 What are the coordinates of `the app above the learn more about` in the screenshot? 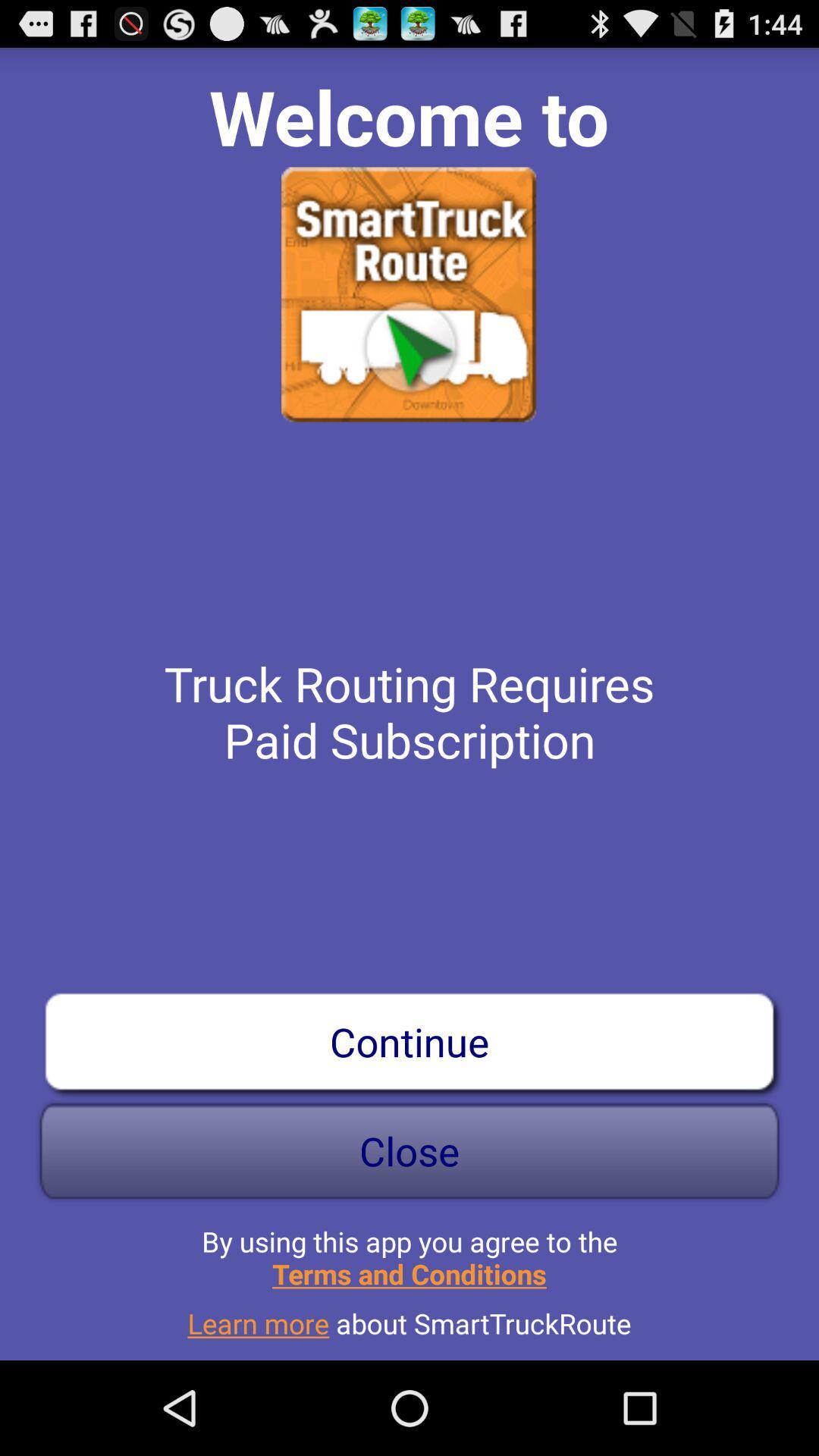 It's located at (409, 1251).